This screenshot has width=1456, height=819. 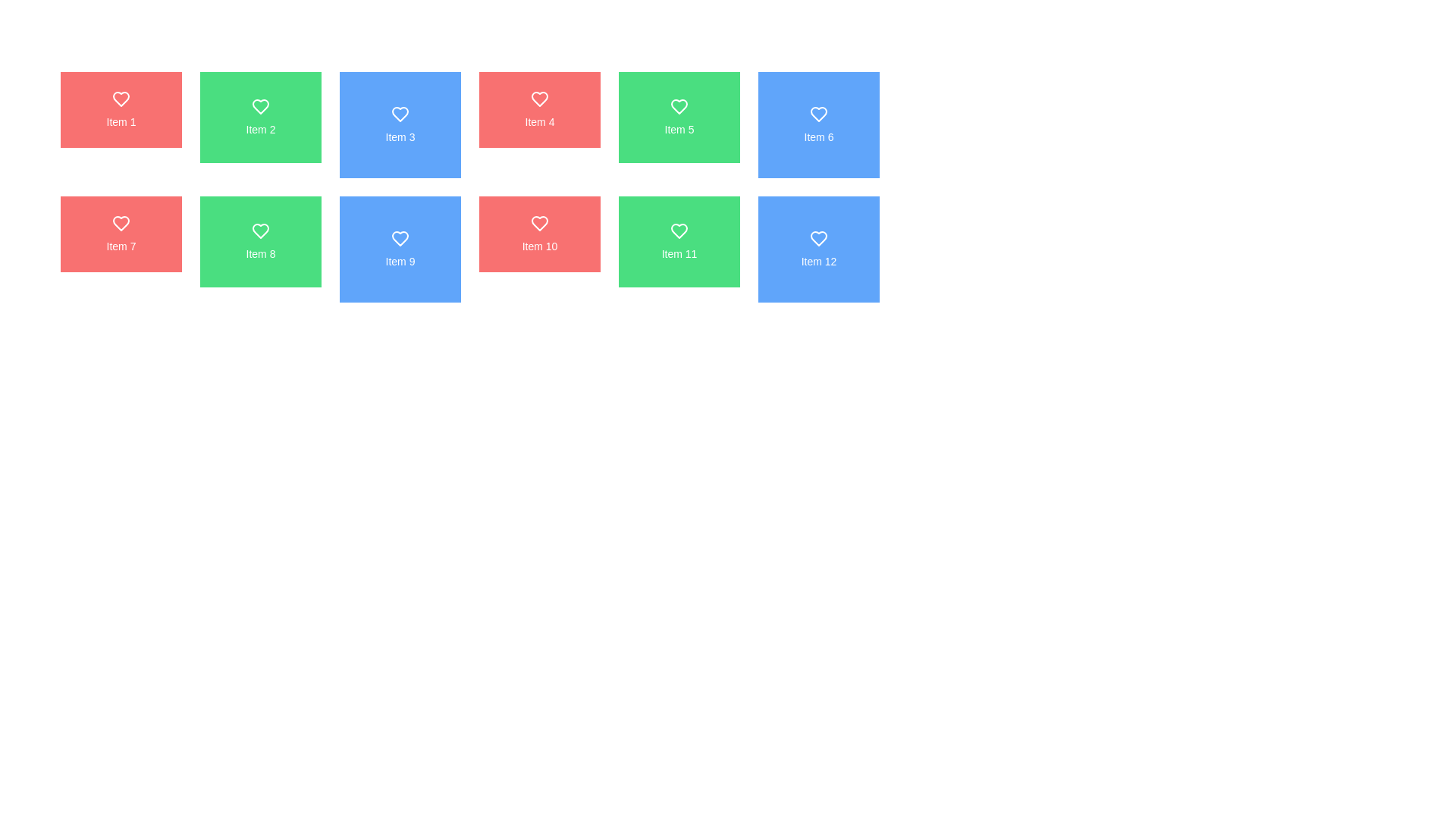 I want to click on the heart icon within the green button labeled 'Item 2' to favorite or like the item, so click(x=261, y=106).